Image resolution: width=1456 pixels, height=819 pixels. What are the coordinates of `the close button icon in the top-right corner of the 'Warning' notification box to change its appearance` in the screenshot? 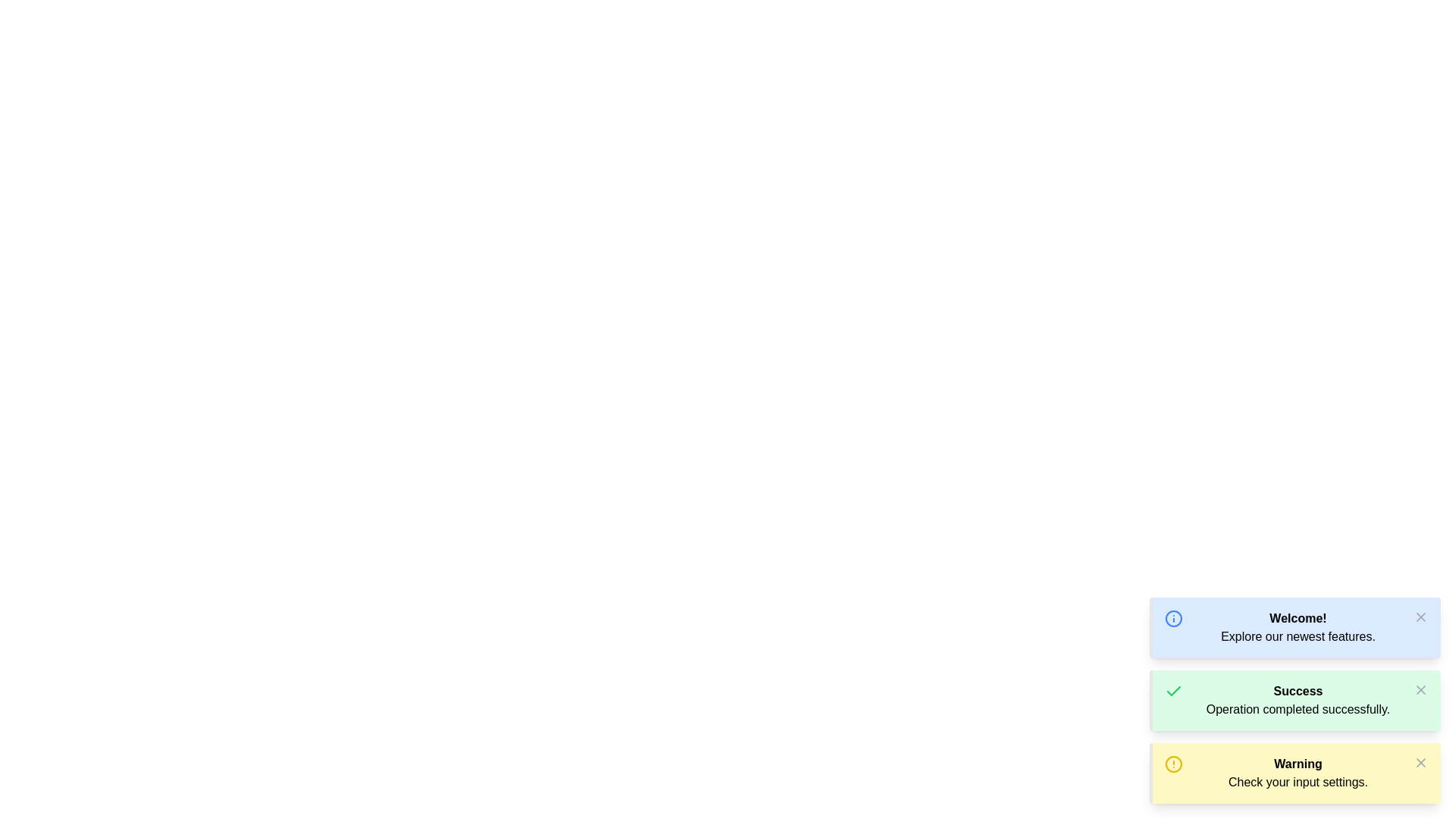 It's located at (1420, 763).